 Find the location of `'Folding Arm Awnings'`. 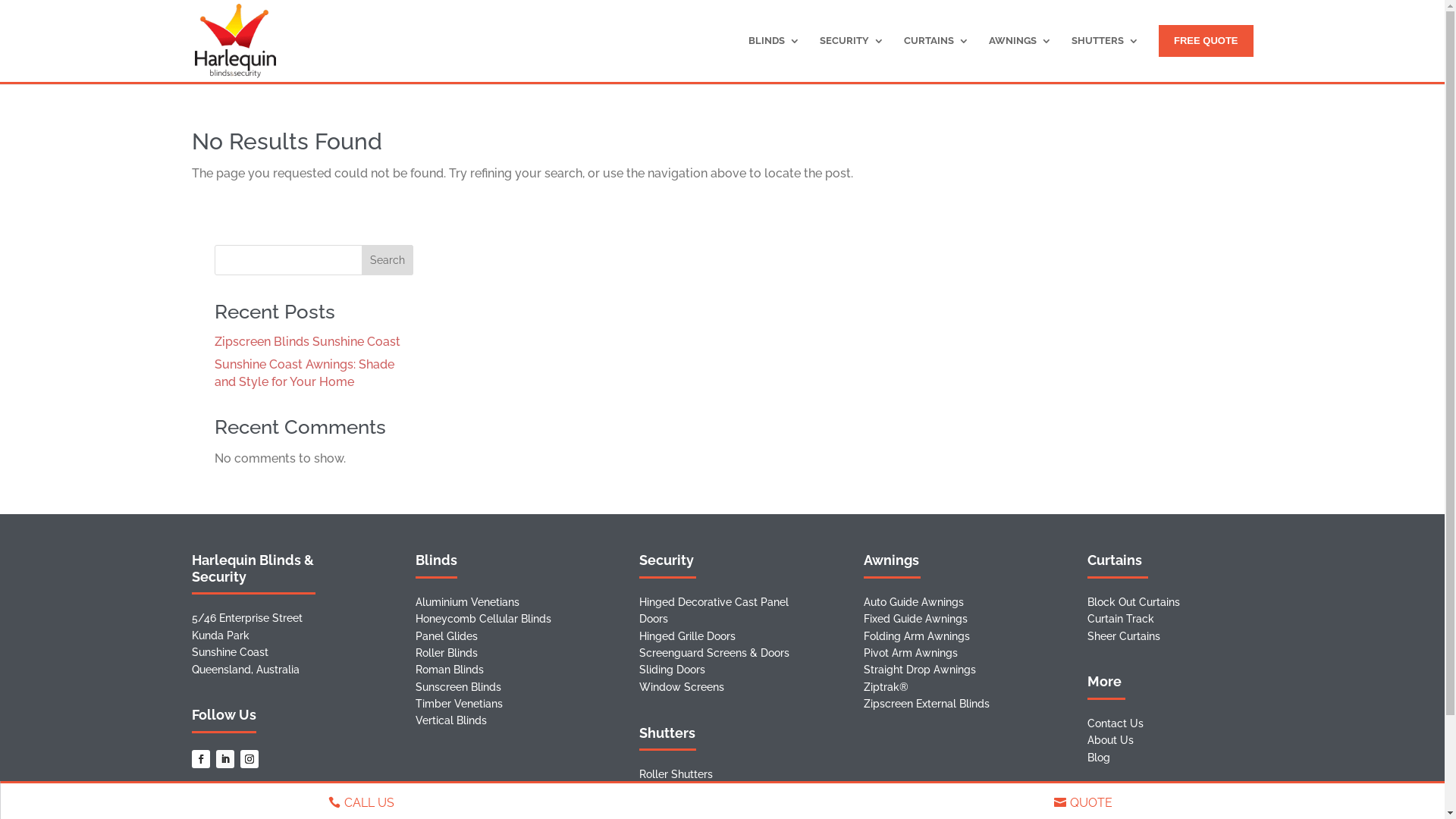

'Folding Arm Awnings' is located at coordinates (916, 636).